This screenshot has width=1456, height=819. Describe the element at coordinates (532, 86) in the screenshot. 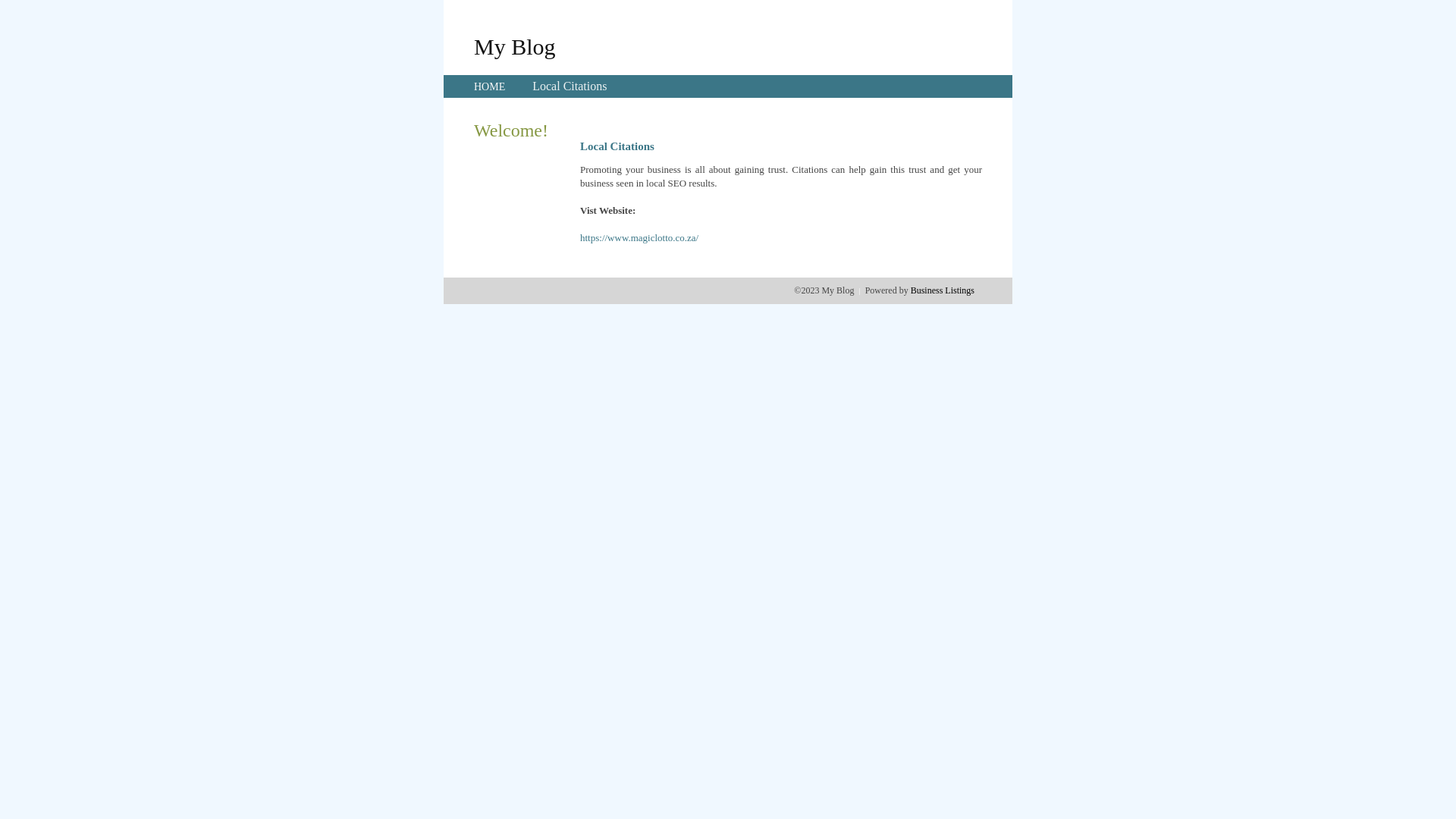

I see `'Local Citations'` at that location.